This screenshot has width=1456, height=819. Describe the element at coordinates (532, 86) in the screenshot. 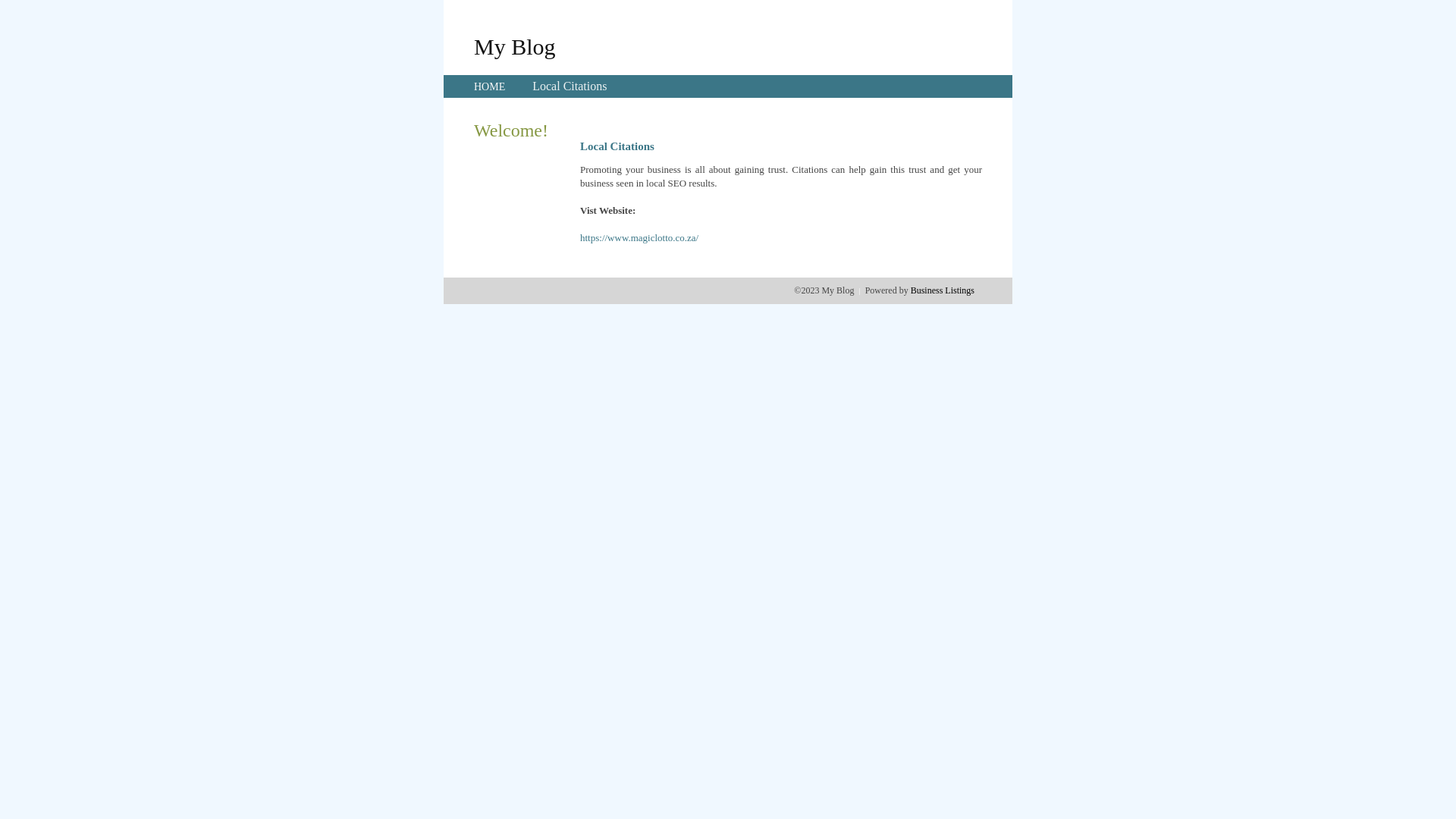

I see `'Local Citations'` at that location.